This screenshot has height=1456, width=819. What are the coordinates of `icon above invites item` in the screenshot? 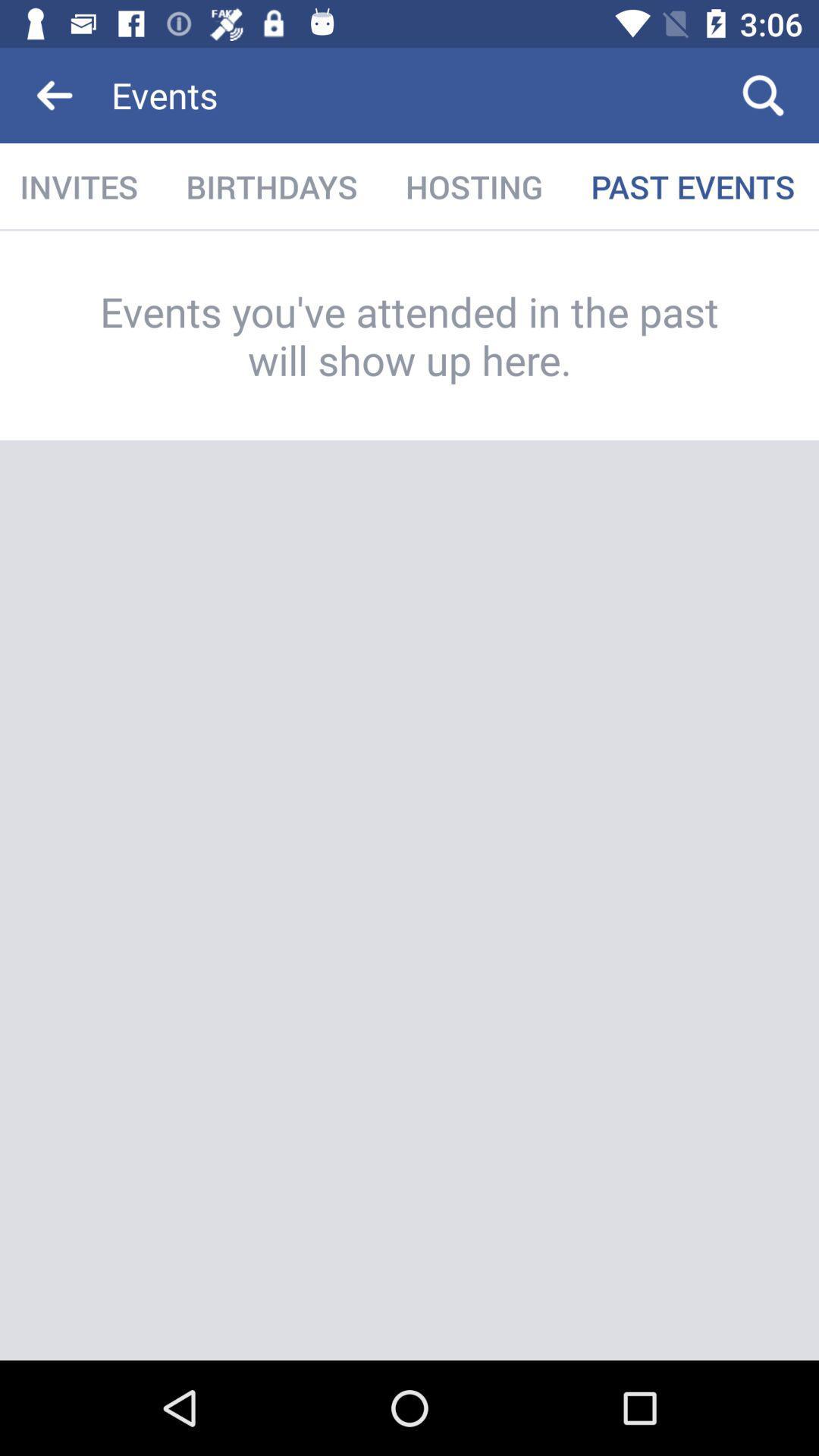 It's located at (55, 94).